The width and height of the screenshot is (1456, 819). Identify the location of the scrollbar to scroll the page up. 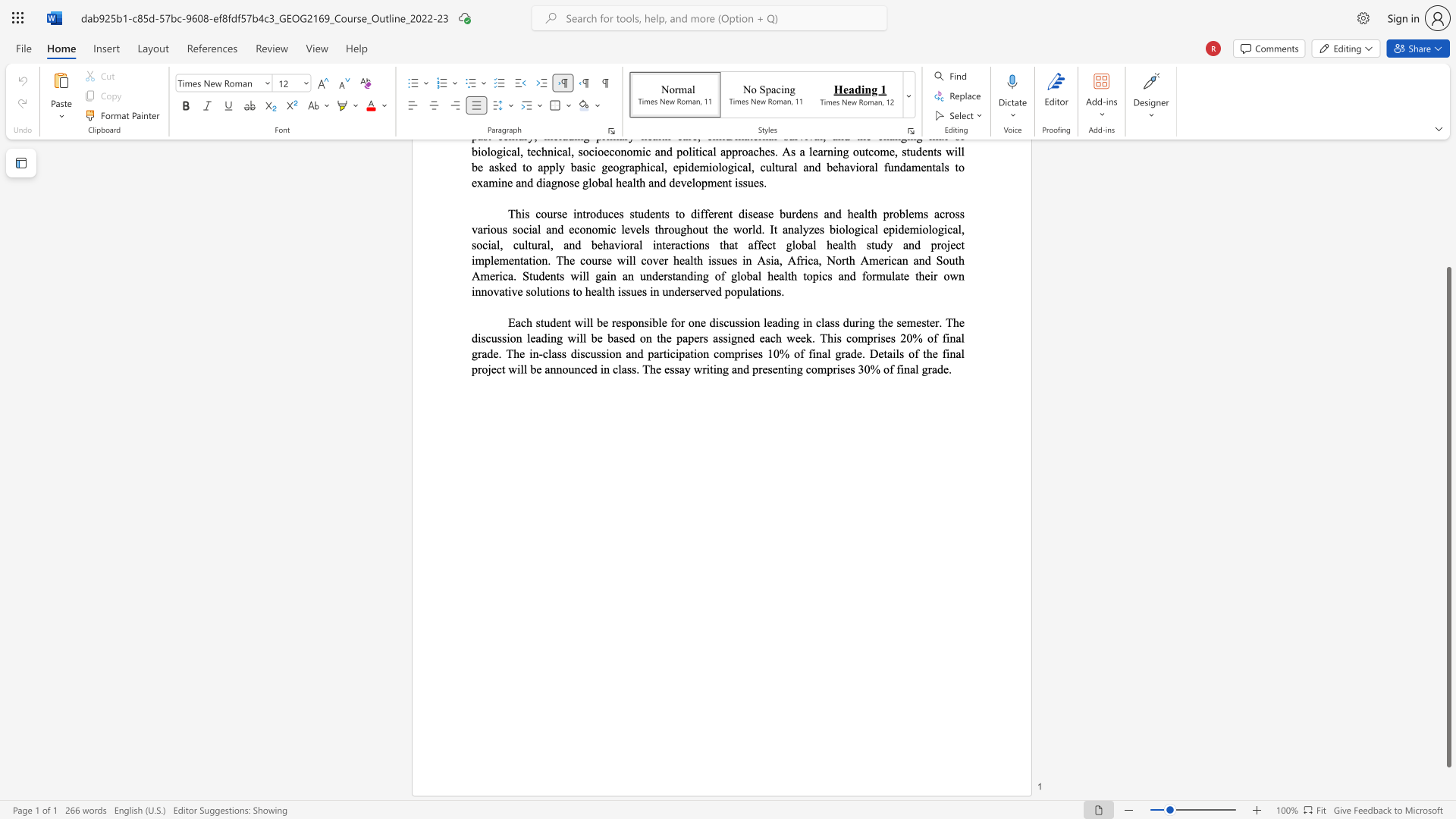
(1448, 158).